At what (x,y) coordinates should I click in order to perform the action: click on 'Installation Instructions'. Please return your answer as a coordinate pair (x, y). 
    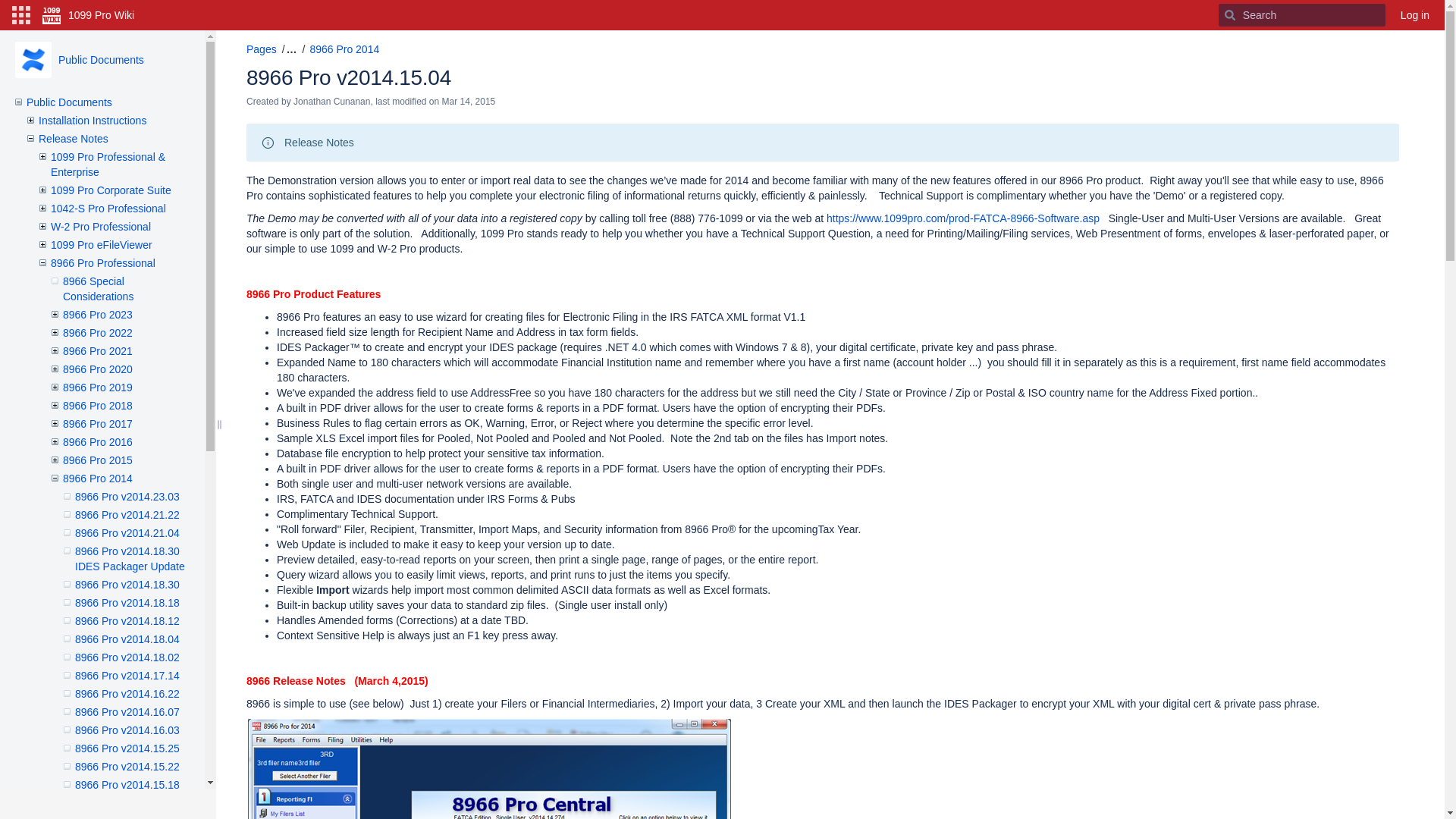
    Looking at the image, I should click on (91, 119).